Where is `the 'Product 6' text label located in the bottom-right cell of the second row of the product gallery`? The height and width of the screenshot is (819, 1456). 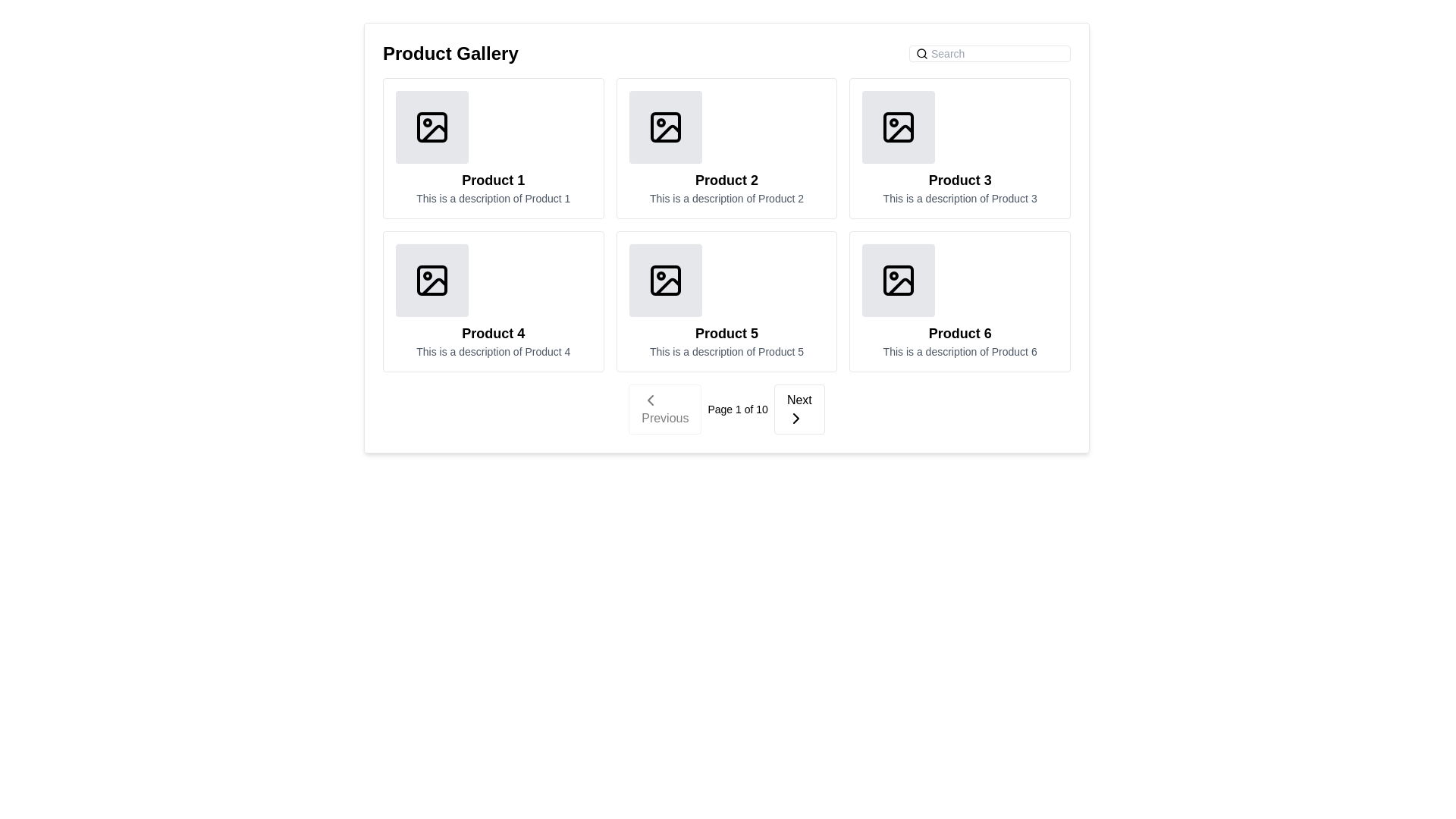 the 'Product 6' text label located in the bottom-right cell of the second row of the product gallery is located at coordinates (959, 332).